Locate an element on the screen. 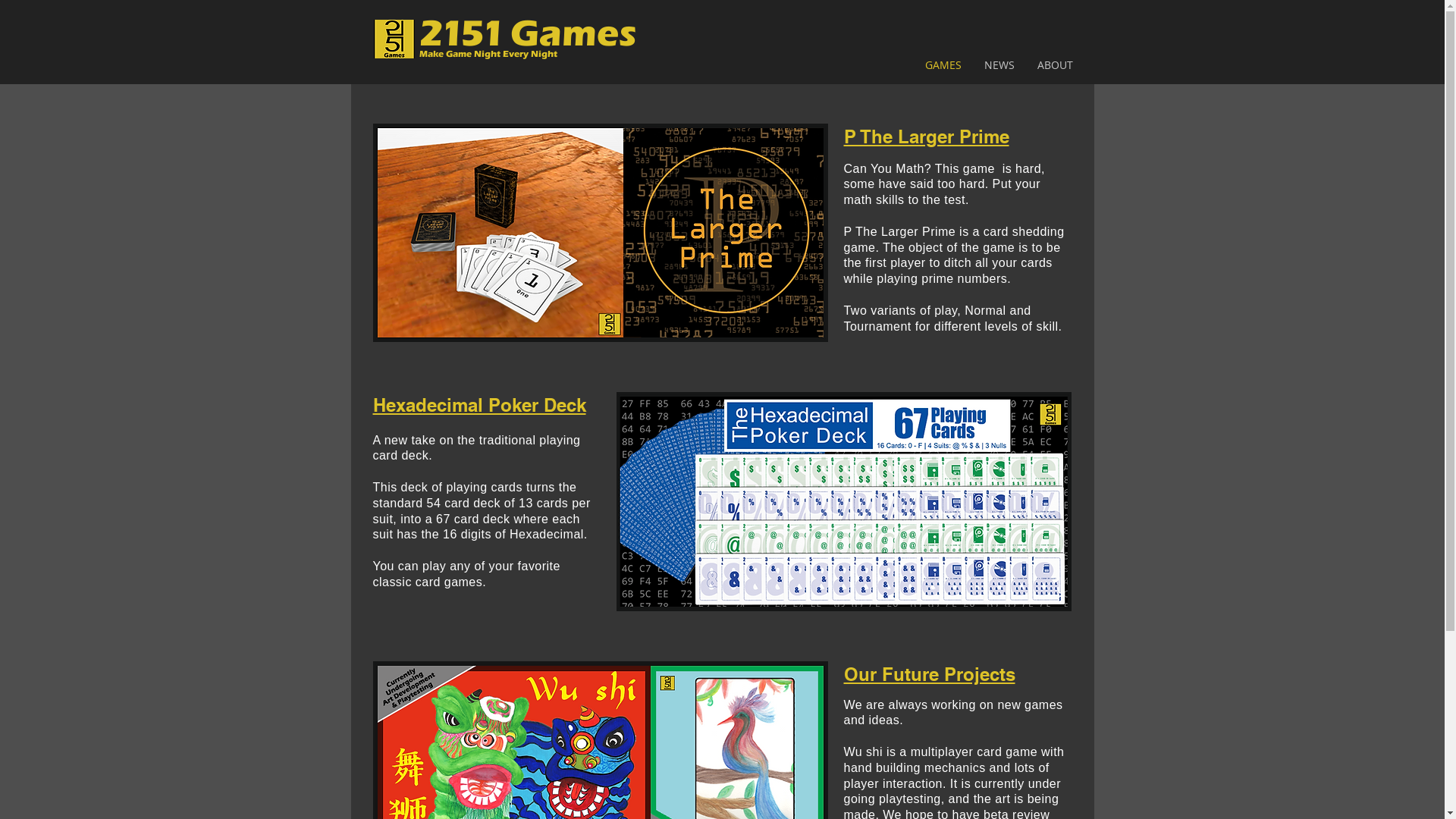 The width and height of the screenshot is (1456, 819). 'P The Larger Prime' is located at coordinates (924, 136).